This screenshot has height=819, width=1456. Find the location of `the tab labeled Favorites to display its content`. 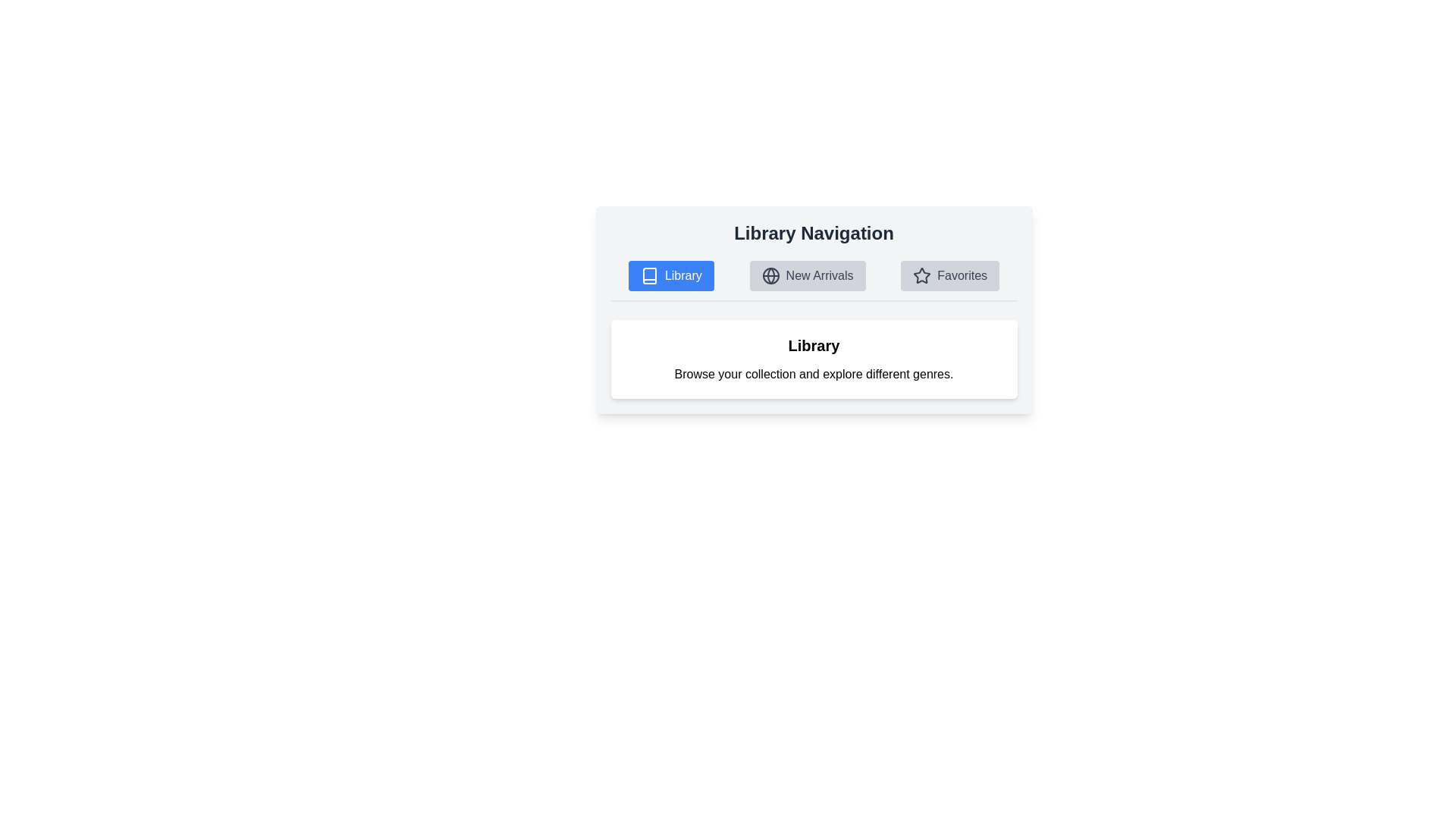

the tab labeled Favorites to display its content is located at coordinates (949, 275).